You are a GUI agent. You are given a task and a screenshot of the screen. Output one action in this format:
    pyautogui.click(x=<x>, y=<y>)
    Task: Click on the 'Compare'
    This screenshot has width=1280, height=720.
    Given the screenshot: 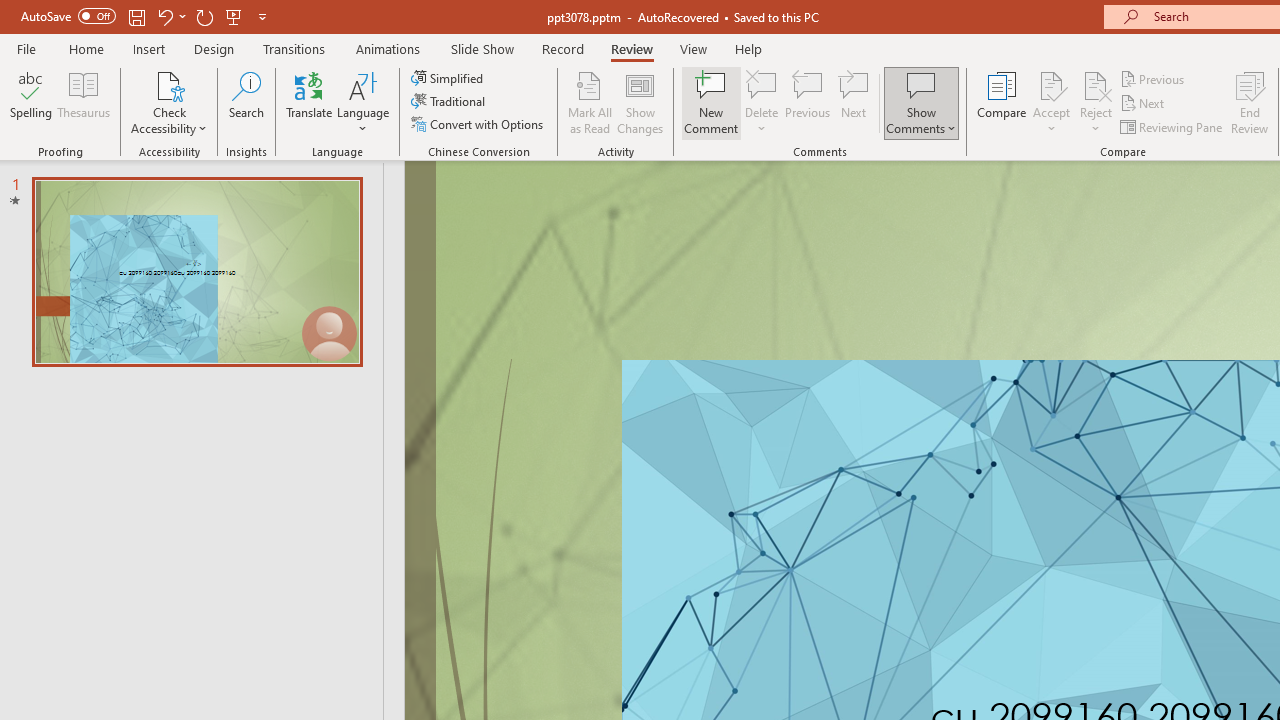 What is the action you would take?
    pyautogui.click(x=1002, y=103)
    